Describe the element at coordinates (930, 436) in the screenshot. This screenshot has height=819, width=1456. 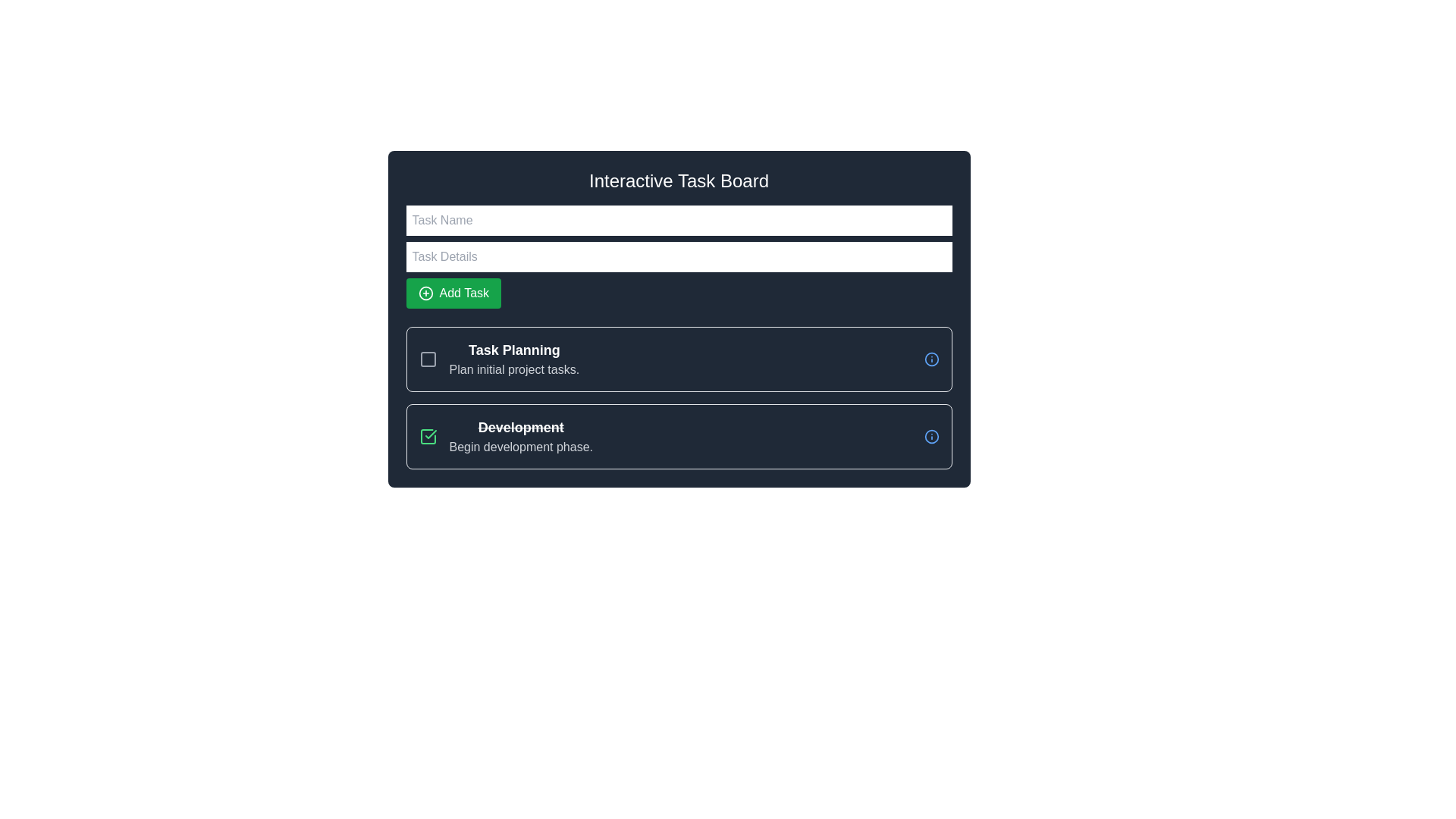
I see `the visual representation of the Circle icon located in the 'Development' task component, positioned to the far right of the task item and centrally aligned in height` at that location.